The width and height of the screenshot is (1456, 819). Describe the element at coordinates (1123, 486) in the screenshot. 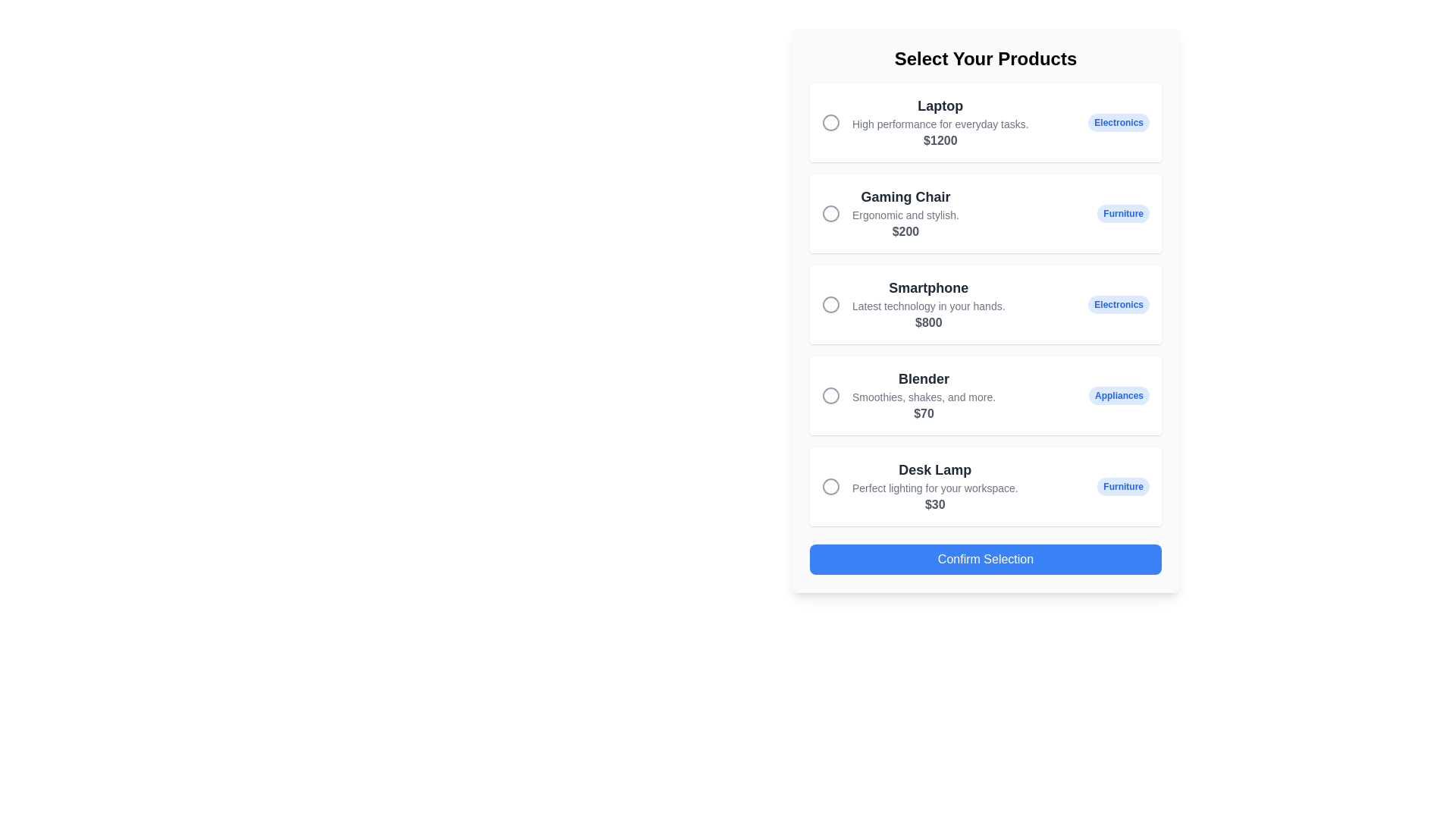

I see `the pill-shaped label with the word 'Furniture' in bold blue text, located at the bottom right corner of the product list item for 'Desk Lamp'` at that location.